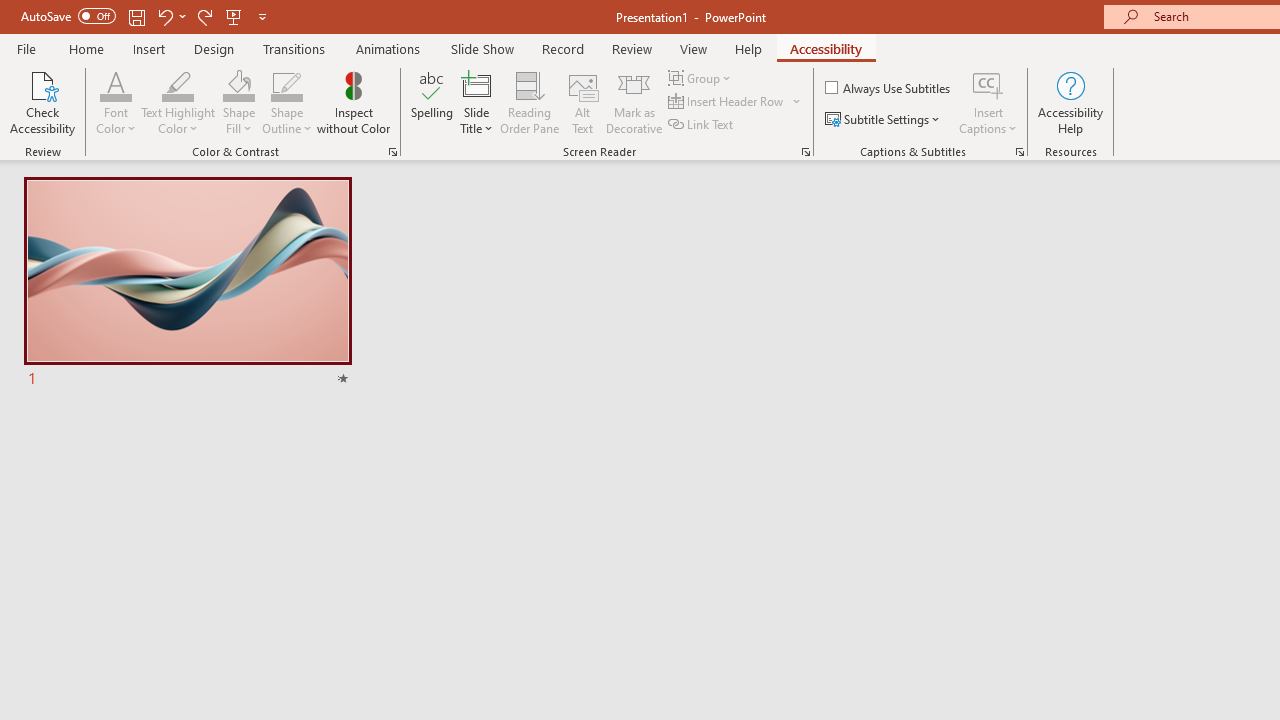  What do you see at coordinates (392, 150) in the screenshot?
I see `'Color & Contrast'` at bounding box center [392, 150].